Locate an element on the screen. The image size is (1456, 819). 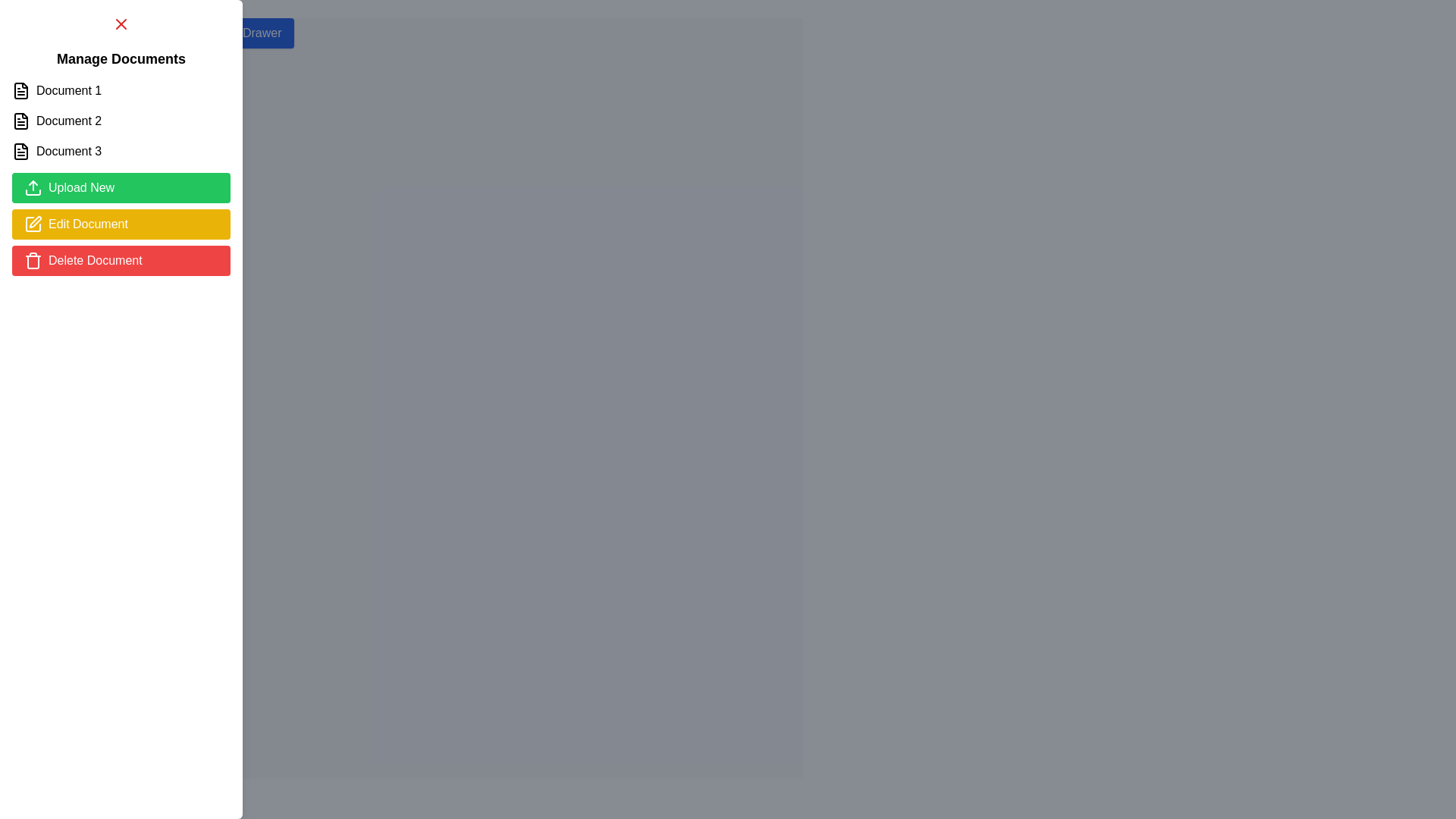
the 'Manage Documents' text label, which serves as the heading of the drawer interface and is prominently styled with a bold, larger font size is located at coordinates (120, 58).